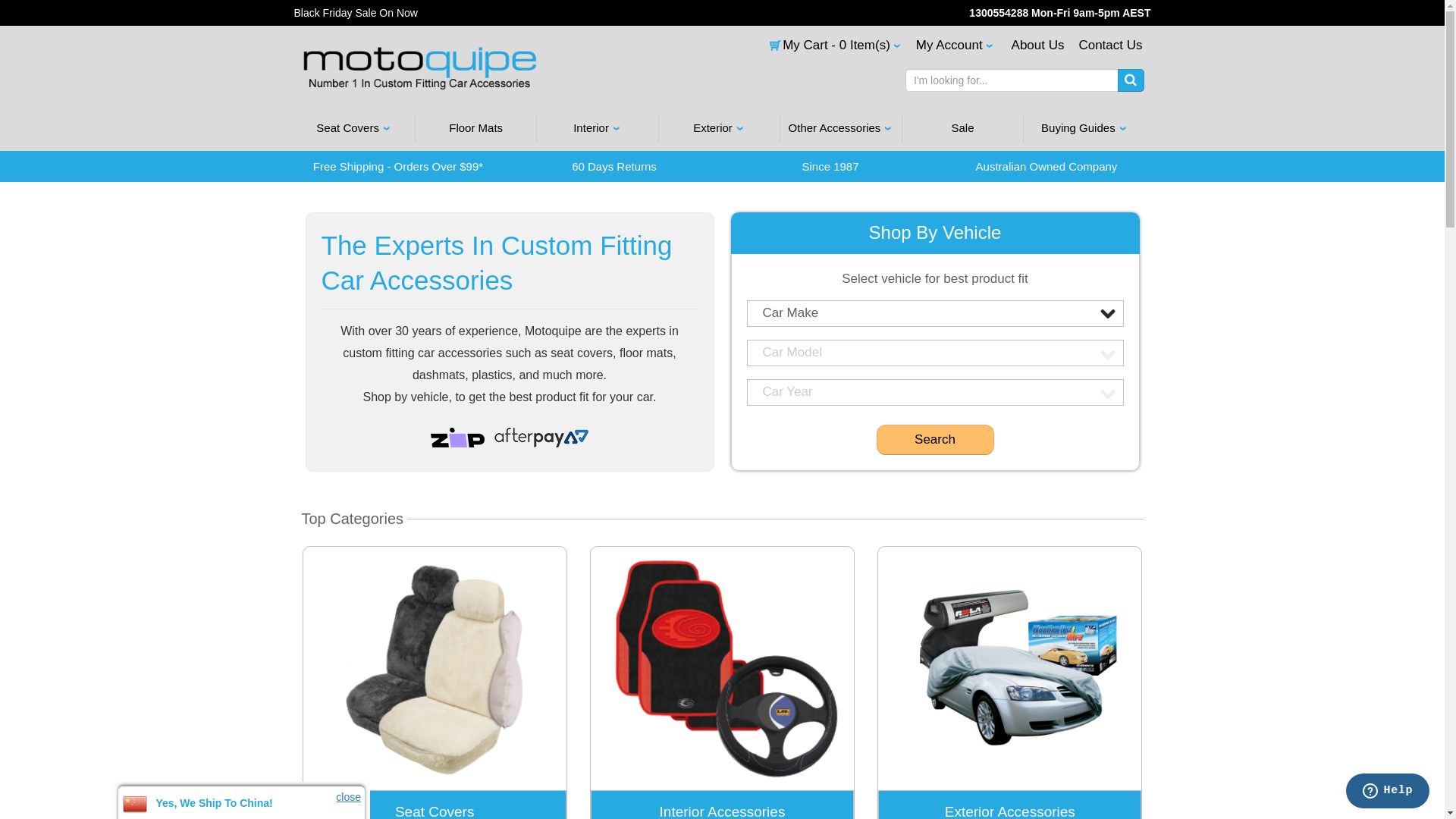 The width and height of the screenshot is (1456, 819). What do you see at coordinates (953, 45) in the screenshot?
I see `'My Account'` at bounding box center [953, 45].